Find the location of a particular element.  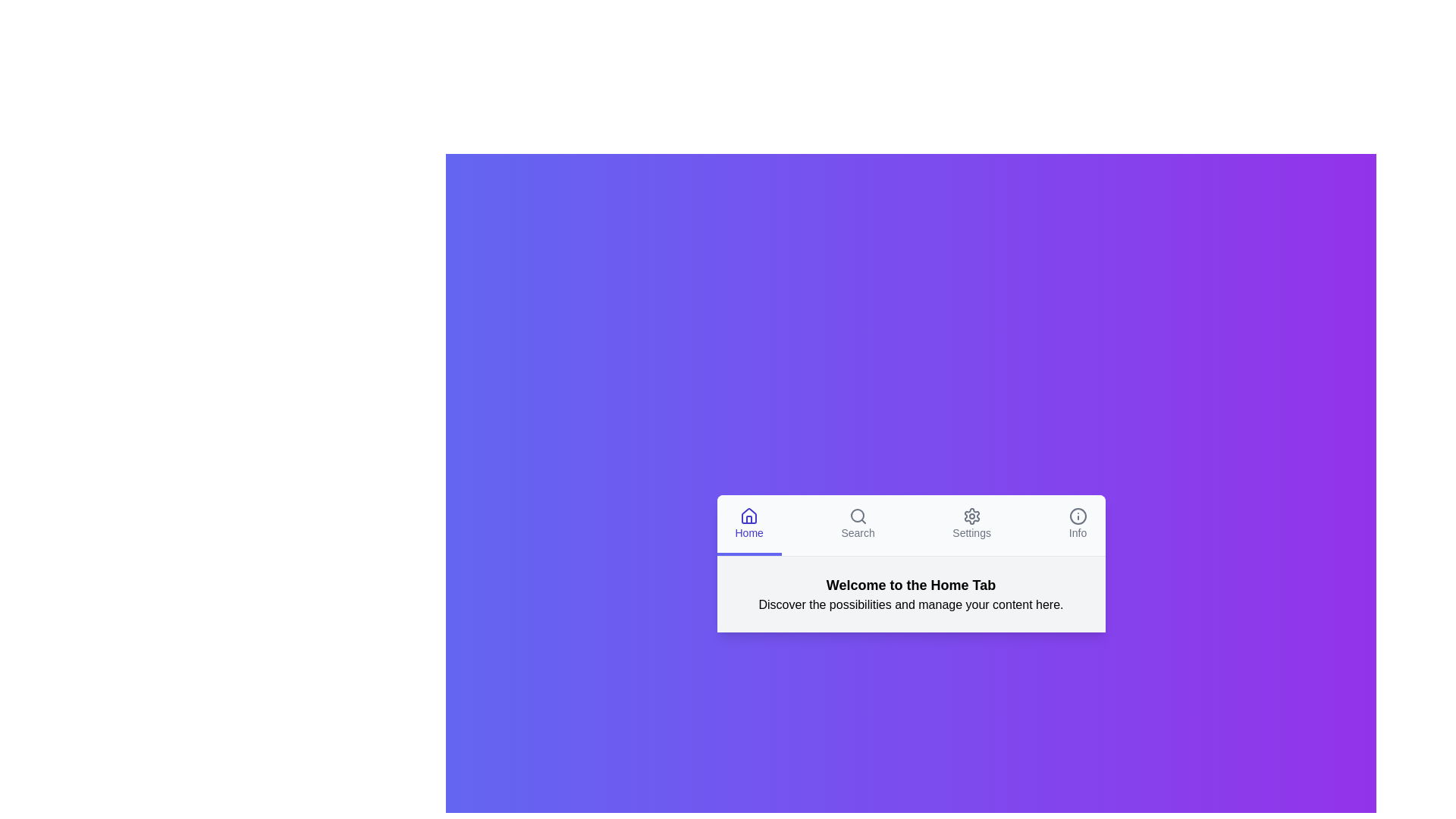

the 'Info' icon located beside the 'Settings' tab in the bottom navigation bar, which serves as a visual indicator for informational functions is located at coordinates (1077, 515).